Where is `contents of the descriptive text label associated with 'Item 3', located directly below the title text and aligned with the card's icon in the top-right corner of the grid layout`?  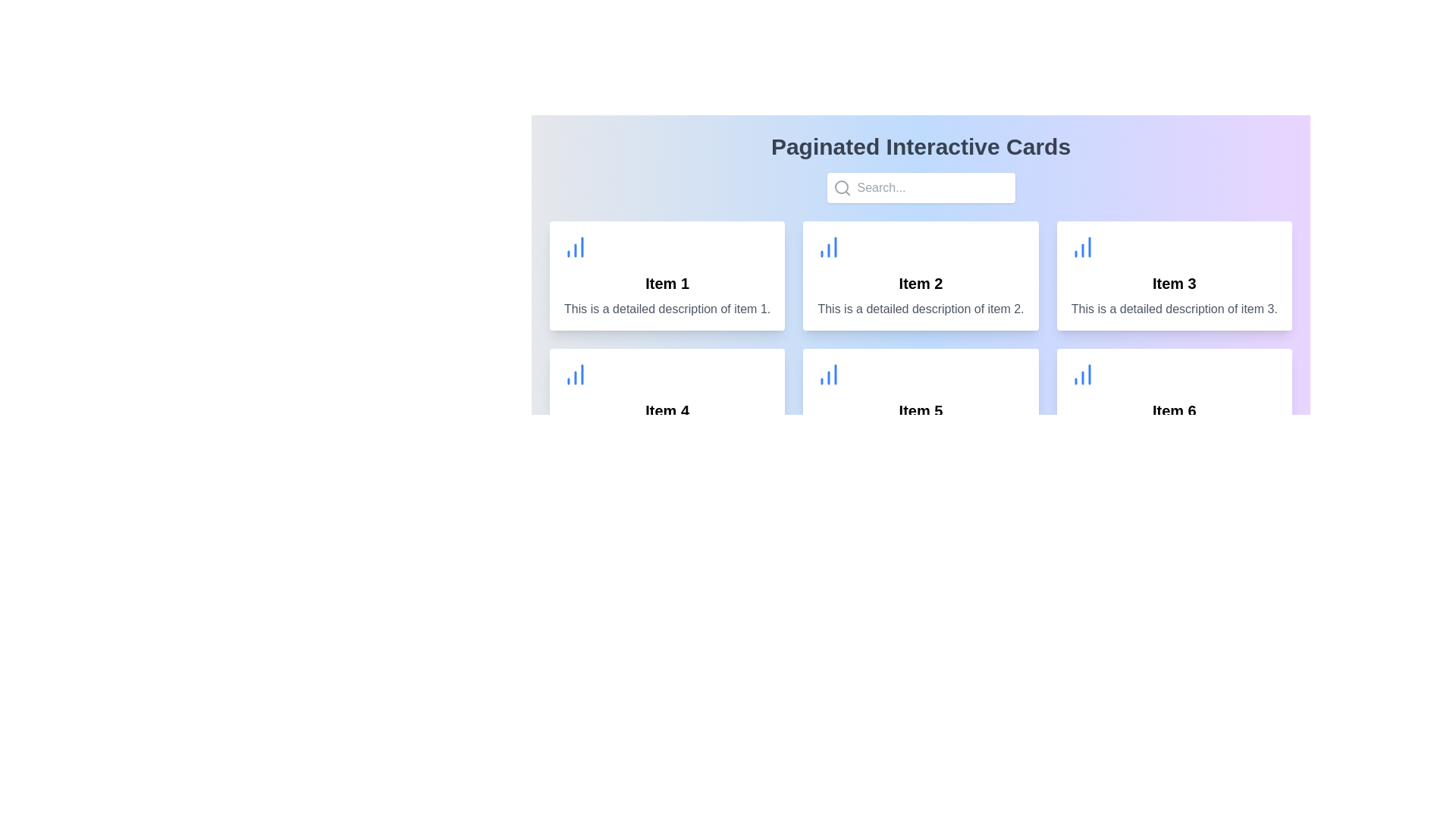
contents of the descriptive text label associated with 'Item 3', located directly below the title text and aligned with the card's icon in the top-right corner of the grid layout is located at coordinates (1173, 309).